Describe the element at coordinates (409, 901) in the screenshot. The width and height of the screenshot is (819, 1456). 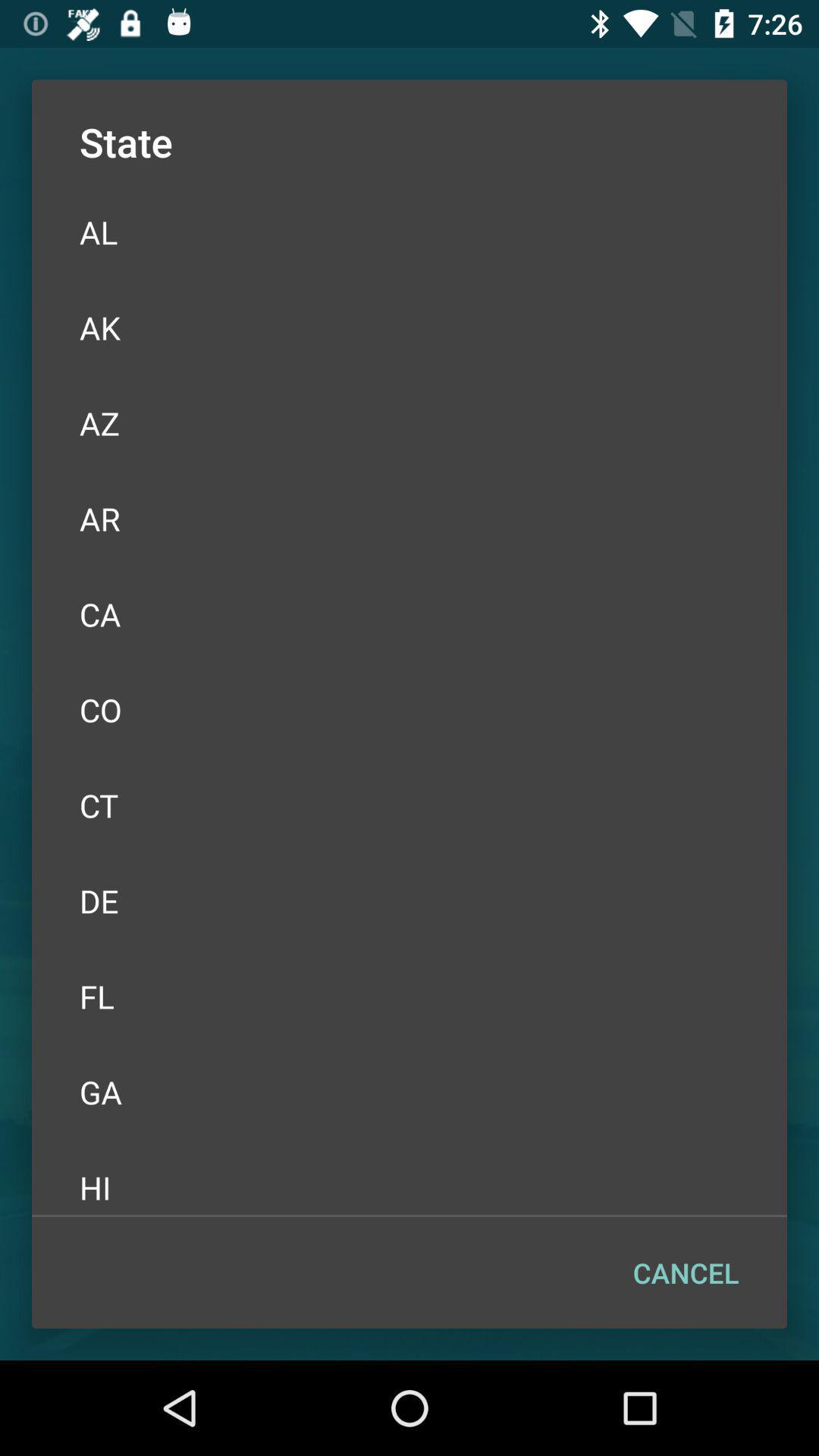
I see `the icon above the fl icon` at that location.